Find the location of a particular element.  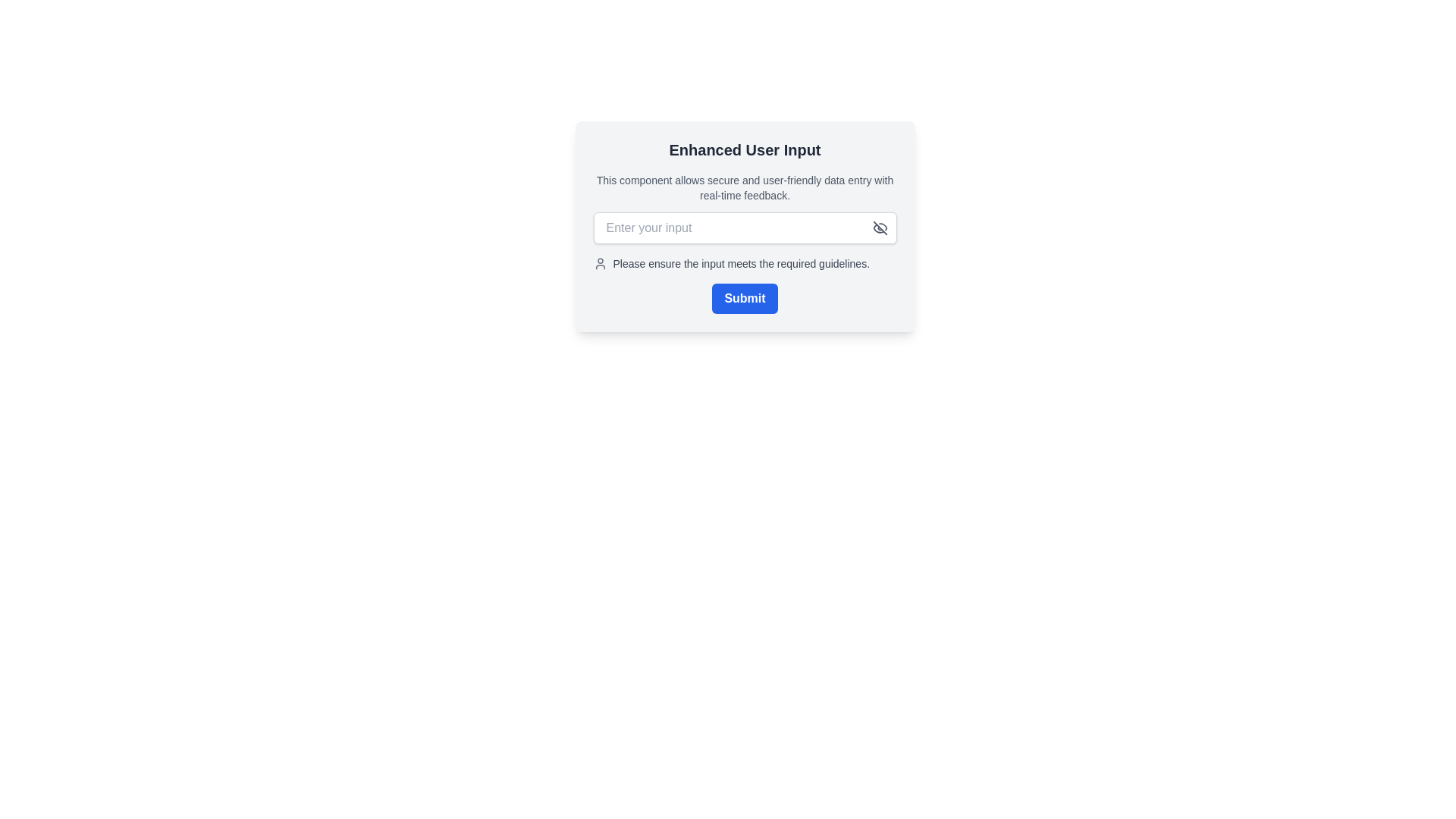

the user profile icon located to the left of the warning text 'Please ensure the input meets the required guidelines.' is located at coordinates (599, 262).